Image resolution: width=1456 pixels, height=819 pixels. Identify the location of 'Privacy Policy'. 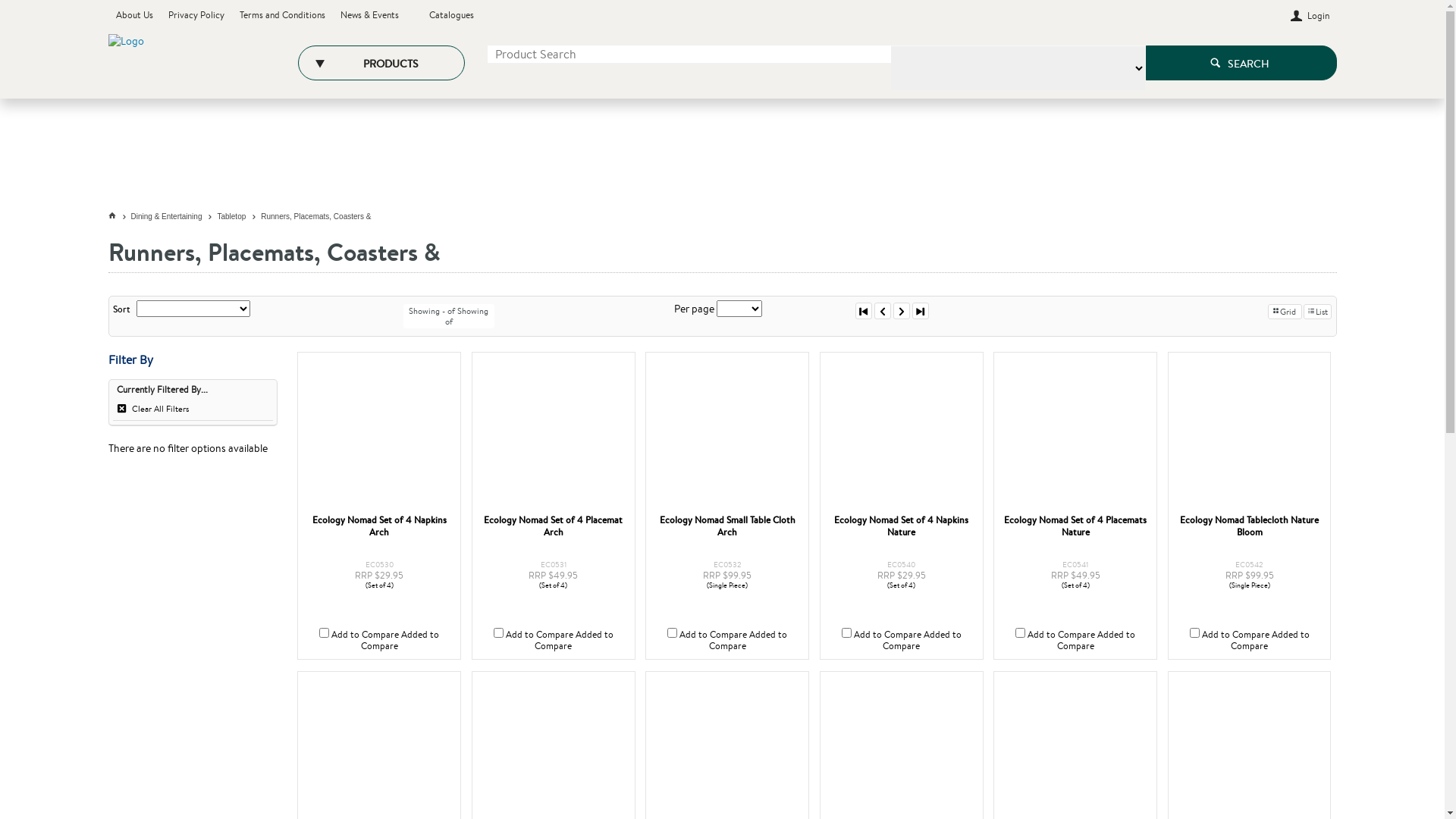
(196, 14).